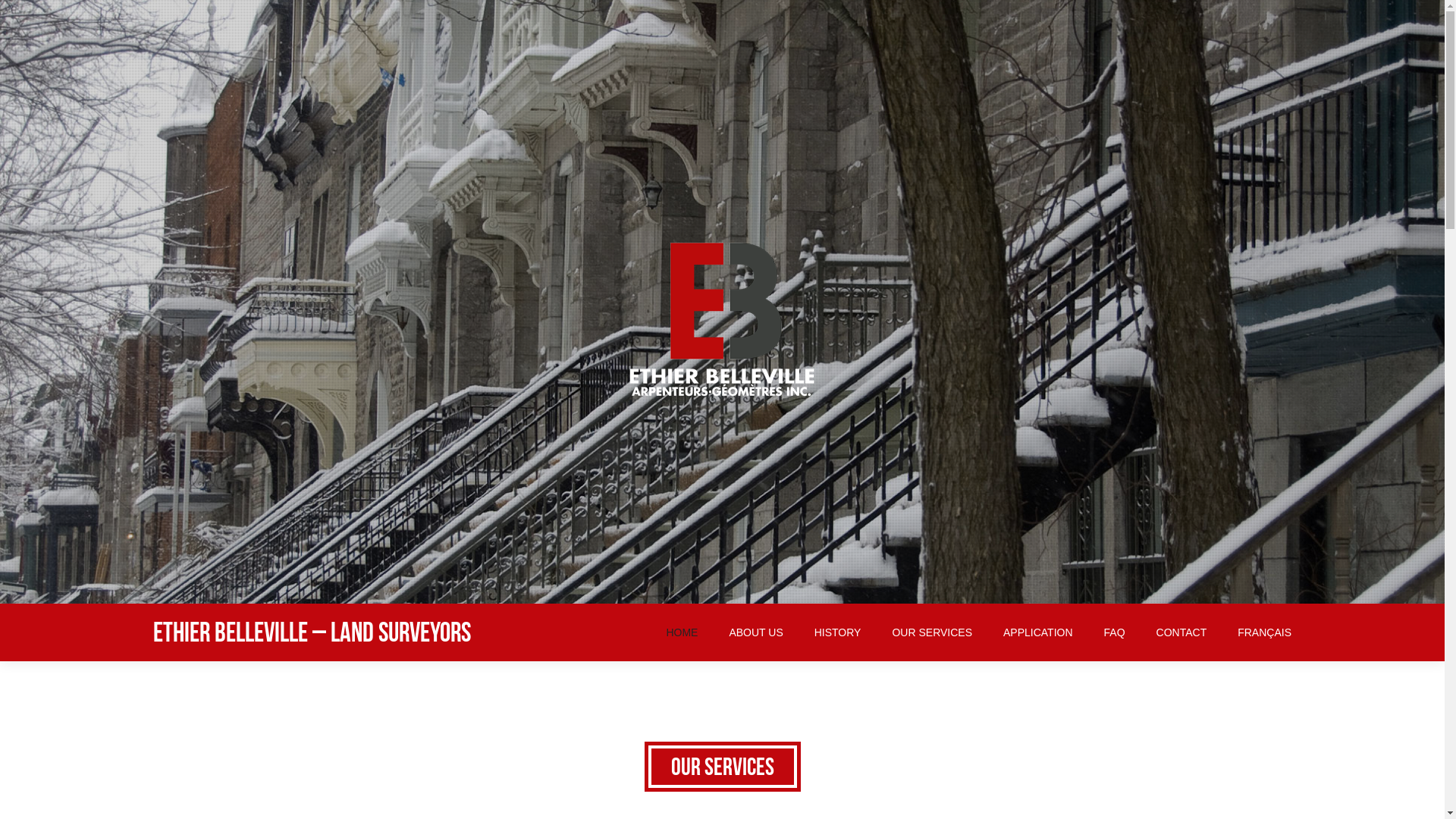 This screenshot has height=819, width=1456. What do you see at coordinates (1114, 632) in the screenshot?
I see `'FAQ'` at bounding box center [1114, 632].